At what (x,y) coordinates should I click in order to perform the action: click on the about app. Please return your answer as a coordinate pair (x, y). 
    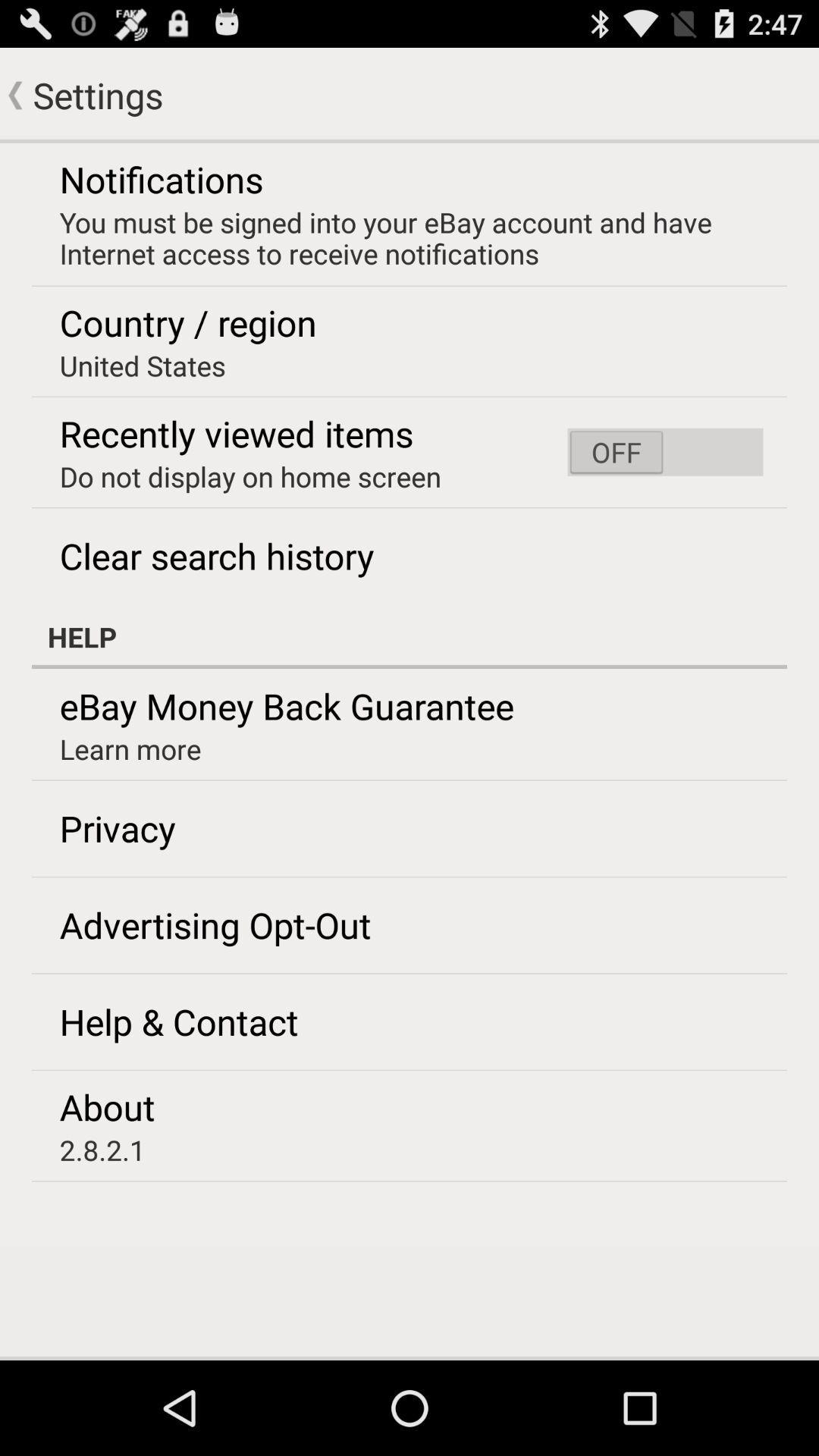
    Looking at the image, I should click on (106, 1106).